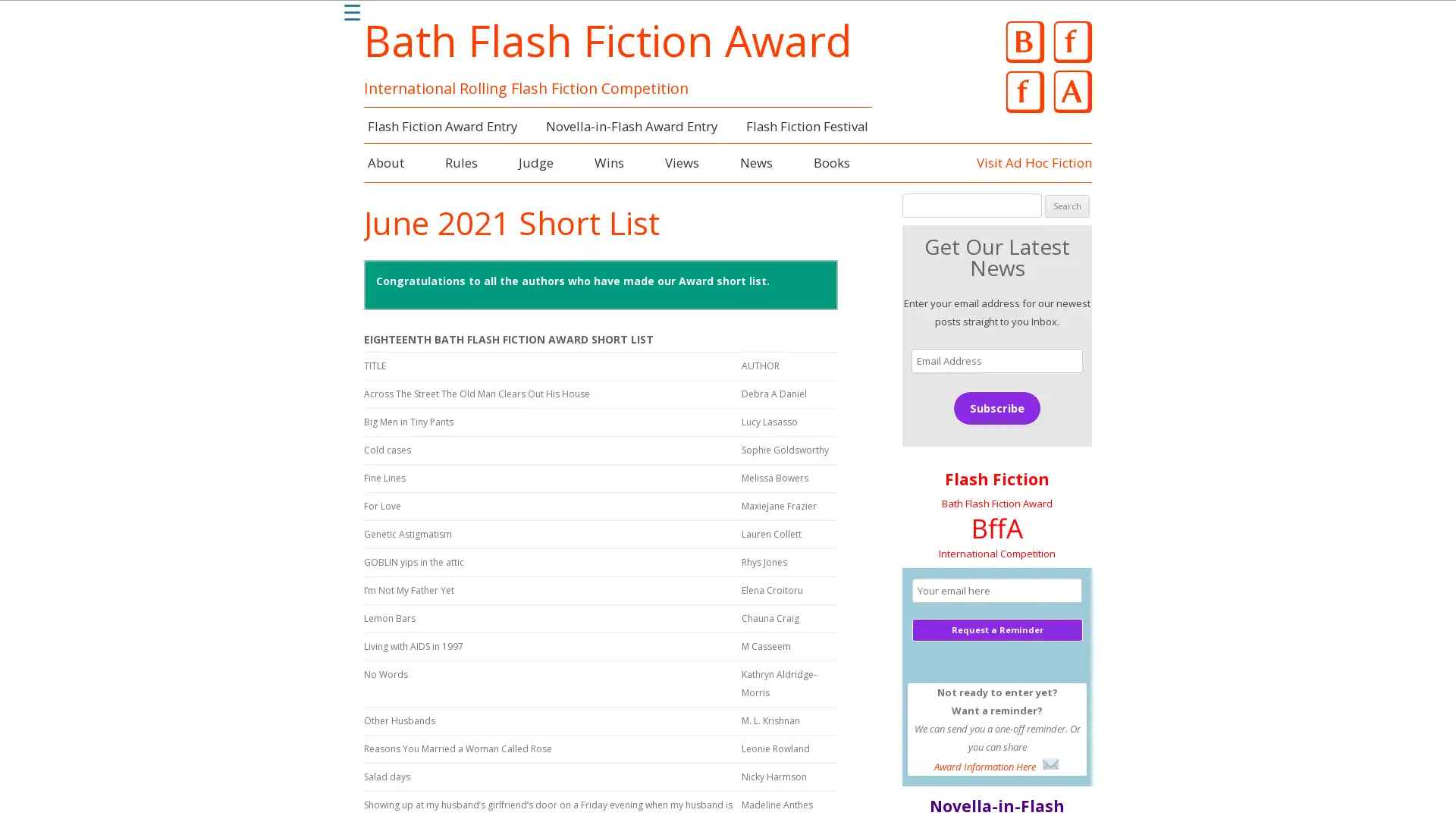  What do you see at coordinates (996, 629) in the screenshot?
I see `Request a Reminder` at bounding box center [996, 629].